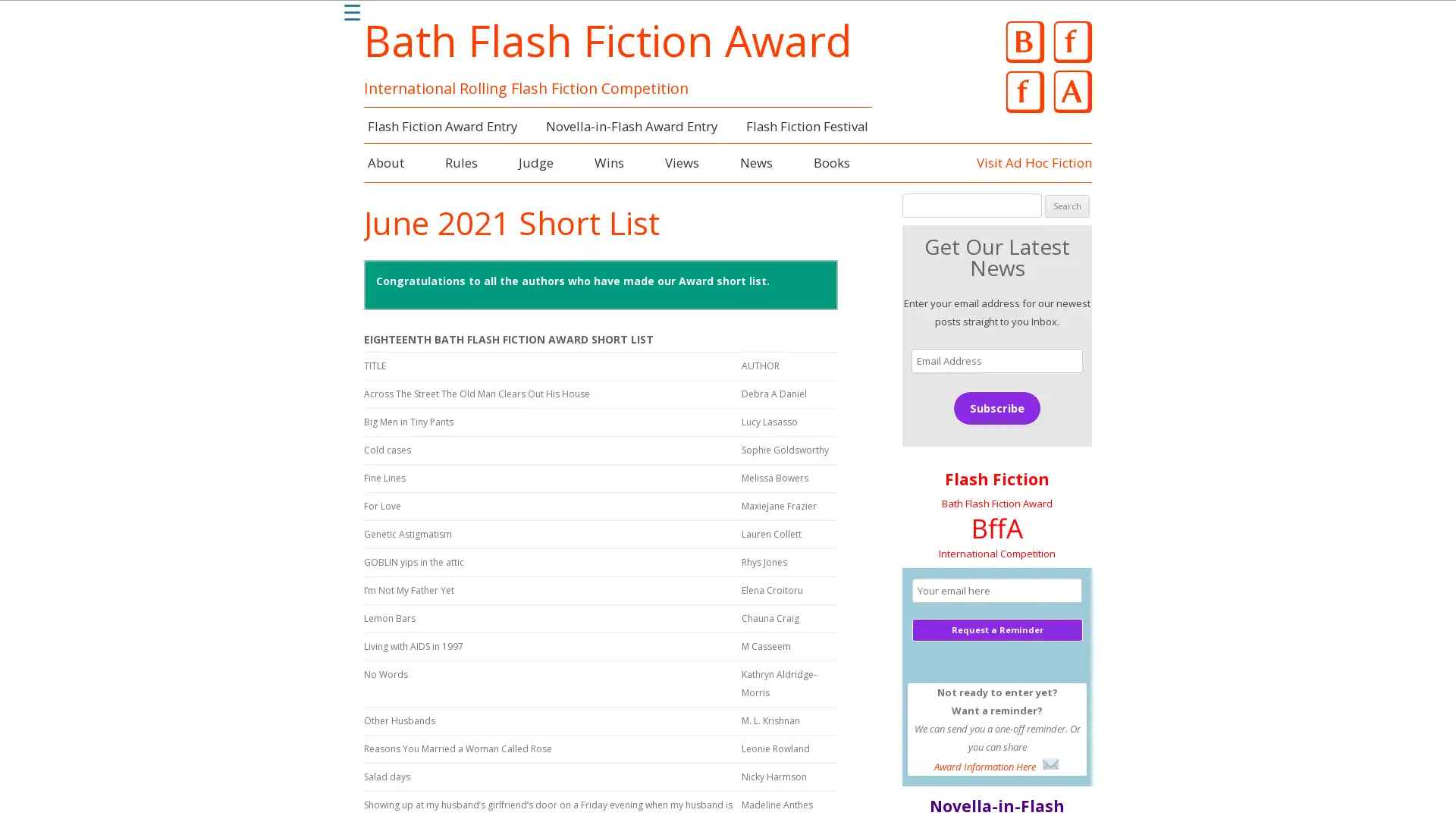  What do you see at coordinates (996, 629) in the screenshot?
I see `Request a Reminder` at bounding box center [996, 629].